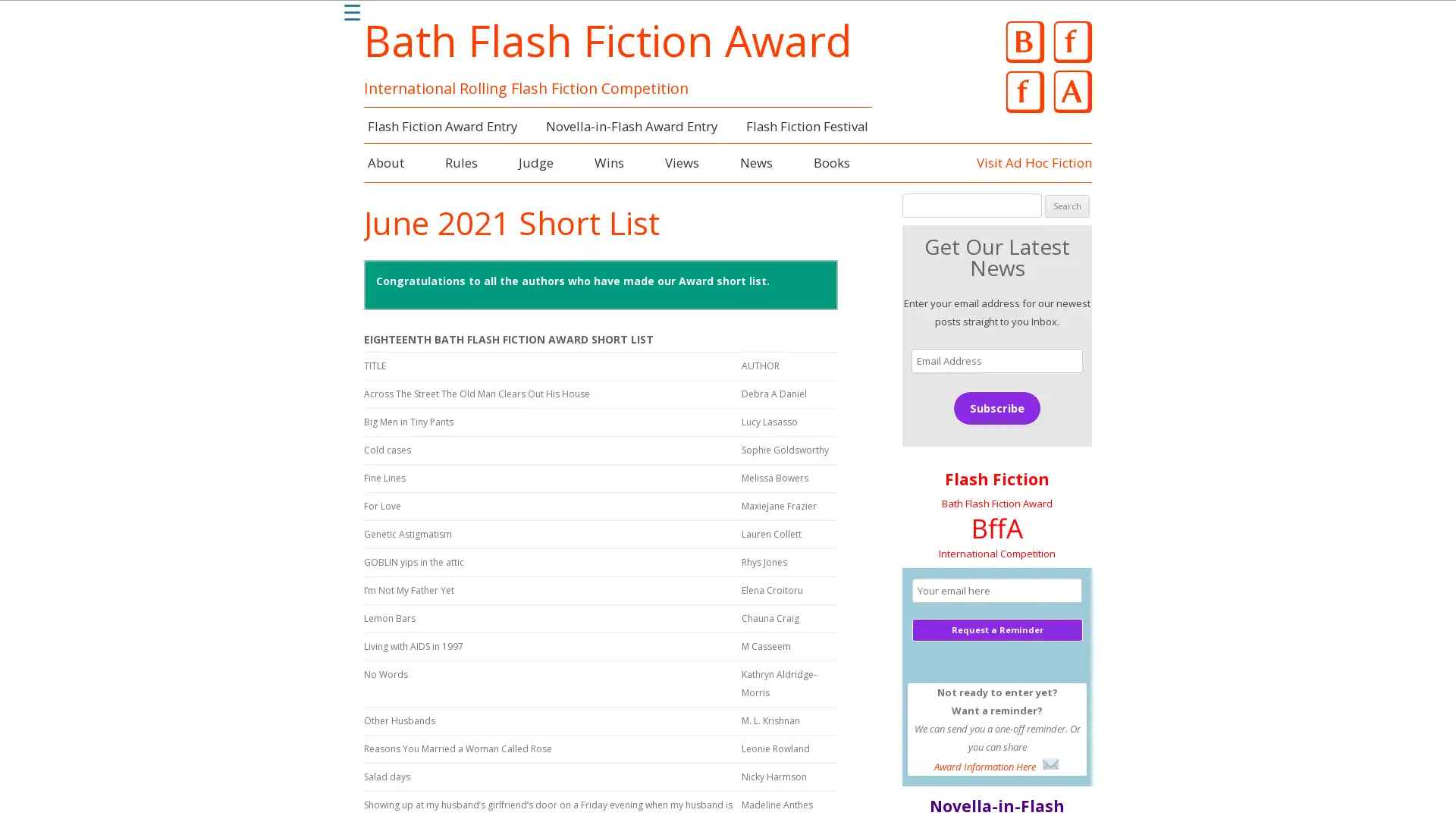  What do you see at coordinates (996, 629) in the screenshot?
I see `Request a Reminder` at bounding box center [996, 629].